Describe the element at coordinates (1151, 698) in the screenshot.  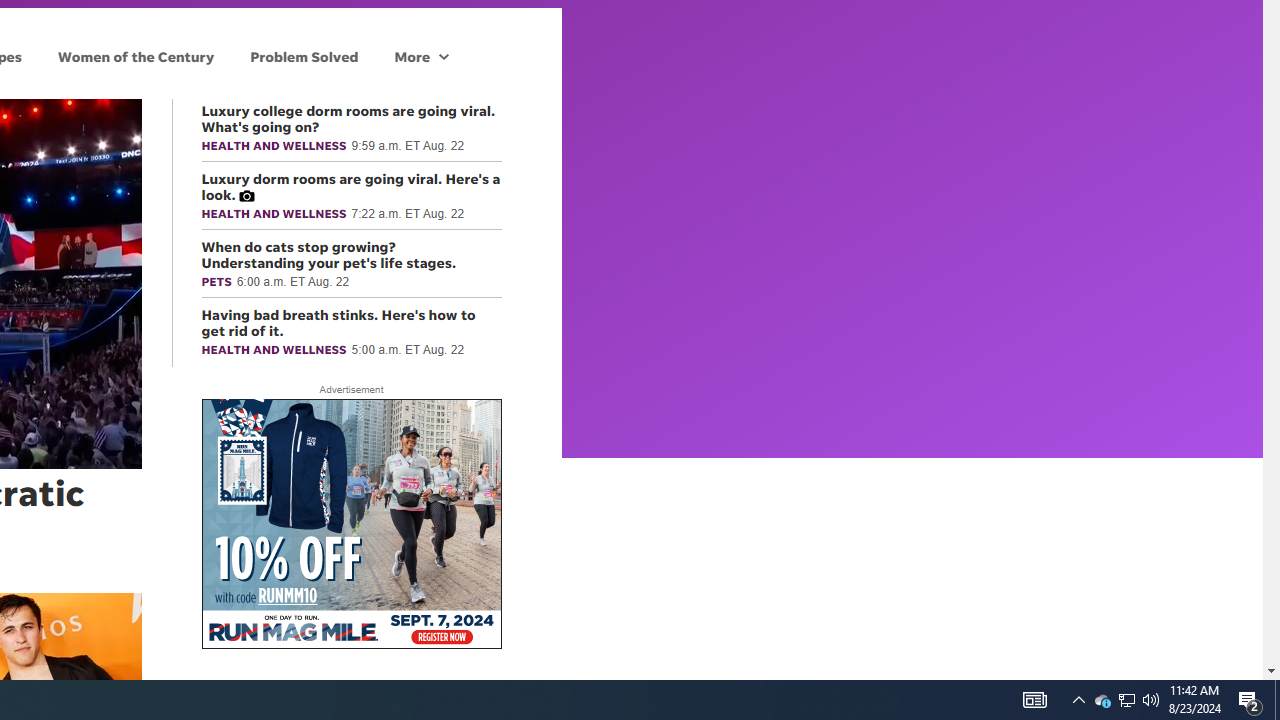
I see `'User Promoted Notification Area'` at that location.